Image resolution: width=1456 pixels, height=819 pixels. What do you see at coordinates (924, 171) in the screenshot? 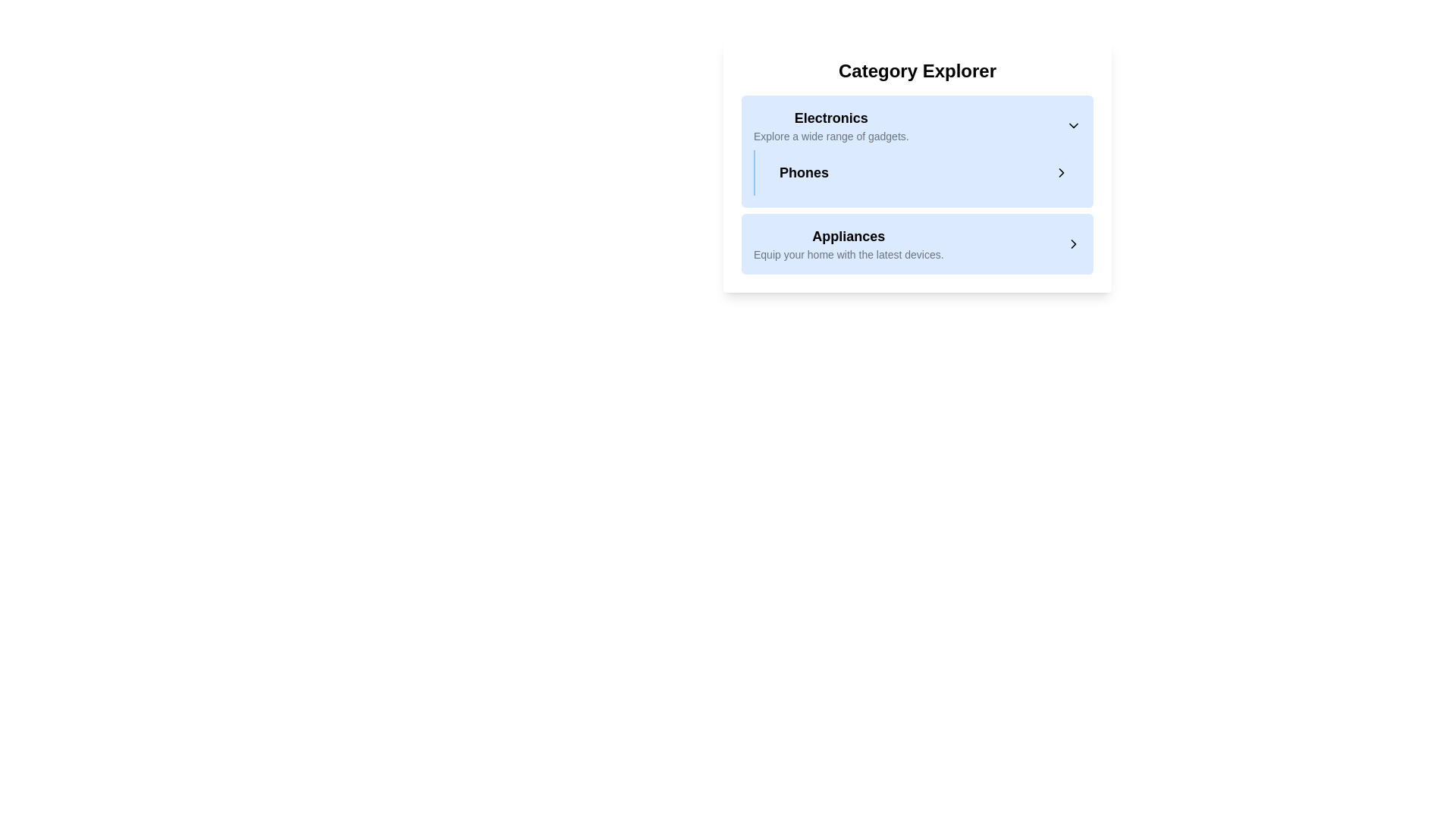
I see `the 'Phones' category option` at bounding box center [924, 171].